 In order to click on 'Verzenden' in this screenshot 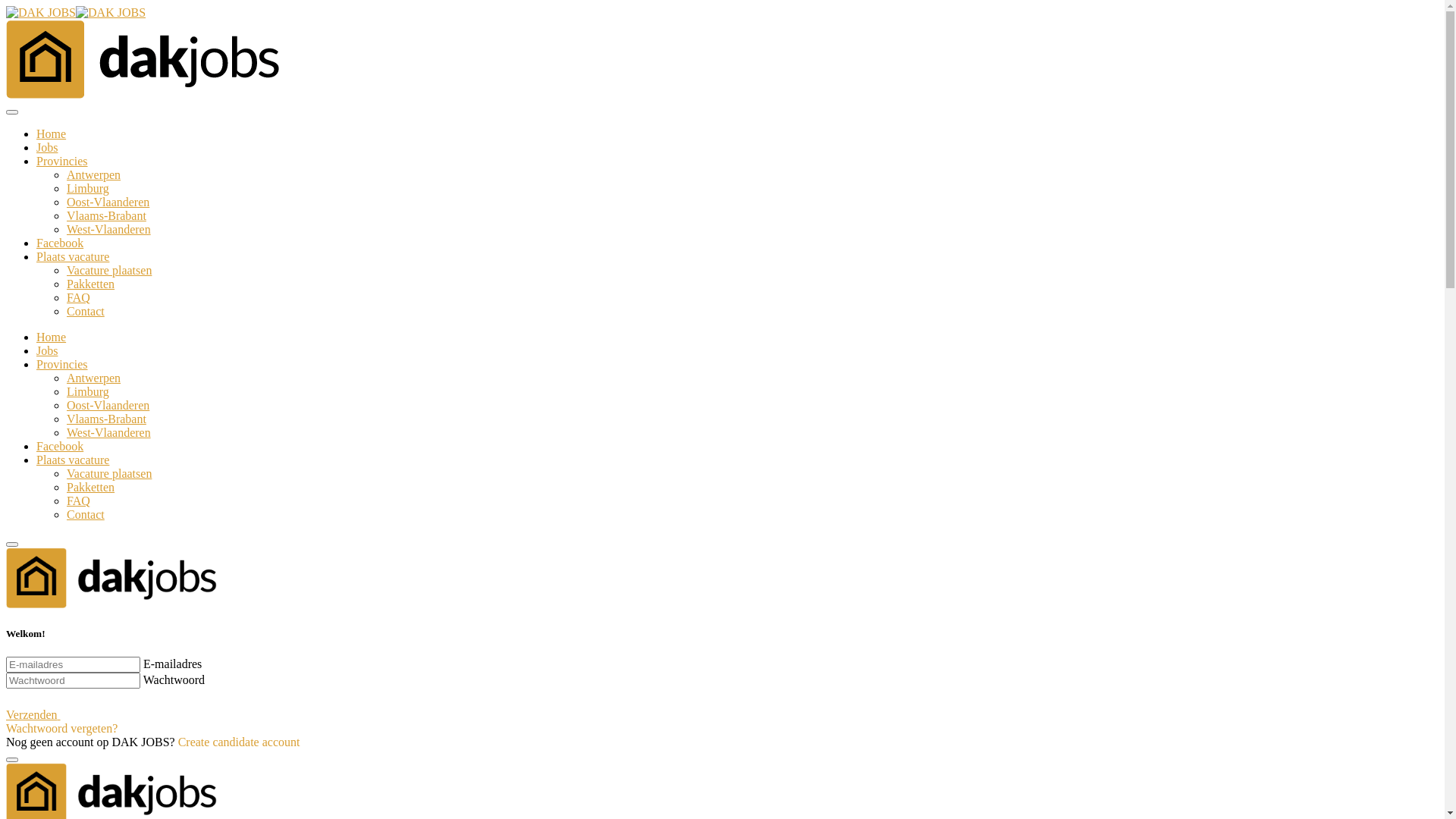, I will do `click(48, 714)`.